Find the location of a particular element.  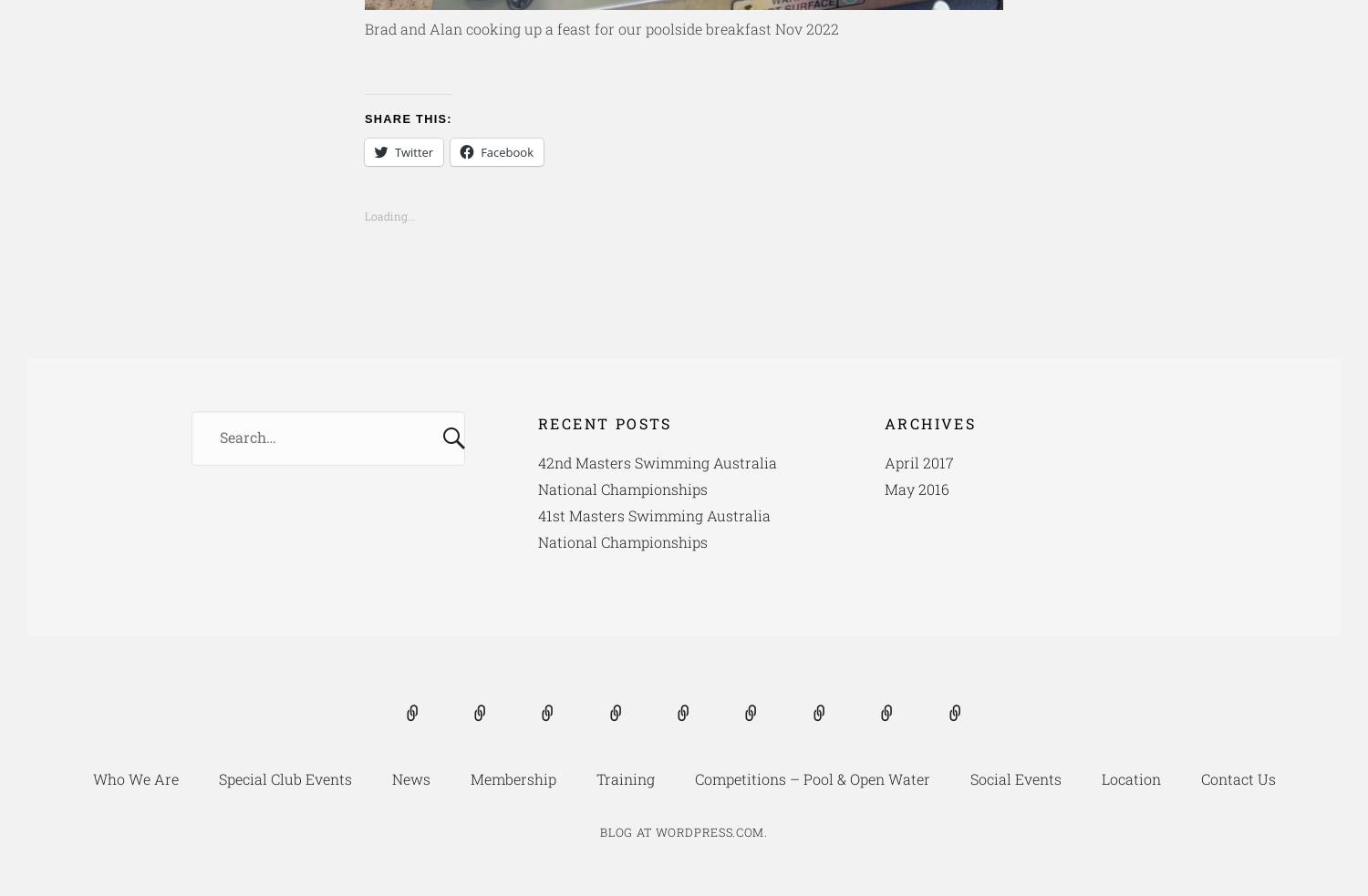

'Blog at WordPress.com.' is located at coordinates (682, 832).